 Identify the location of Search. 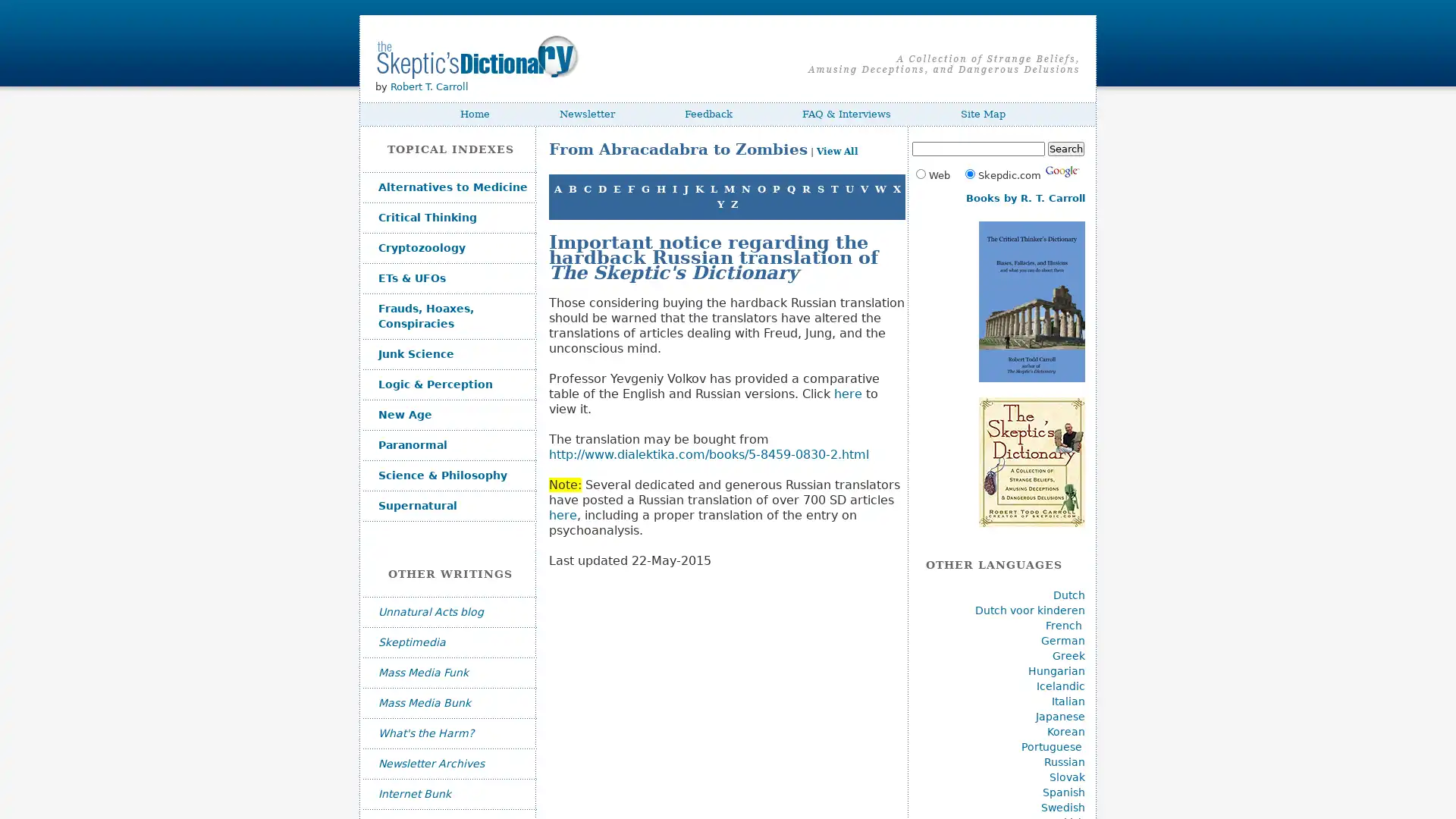
(1065, 149).